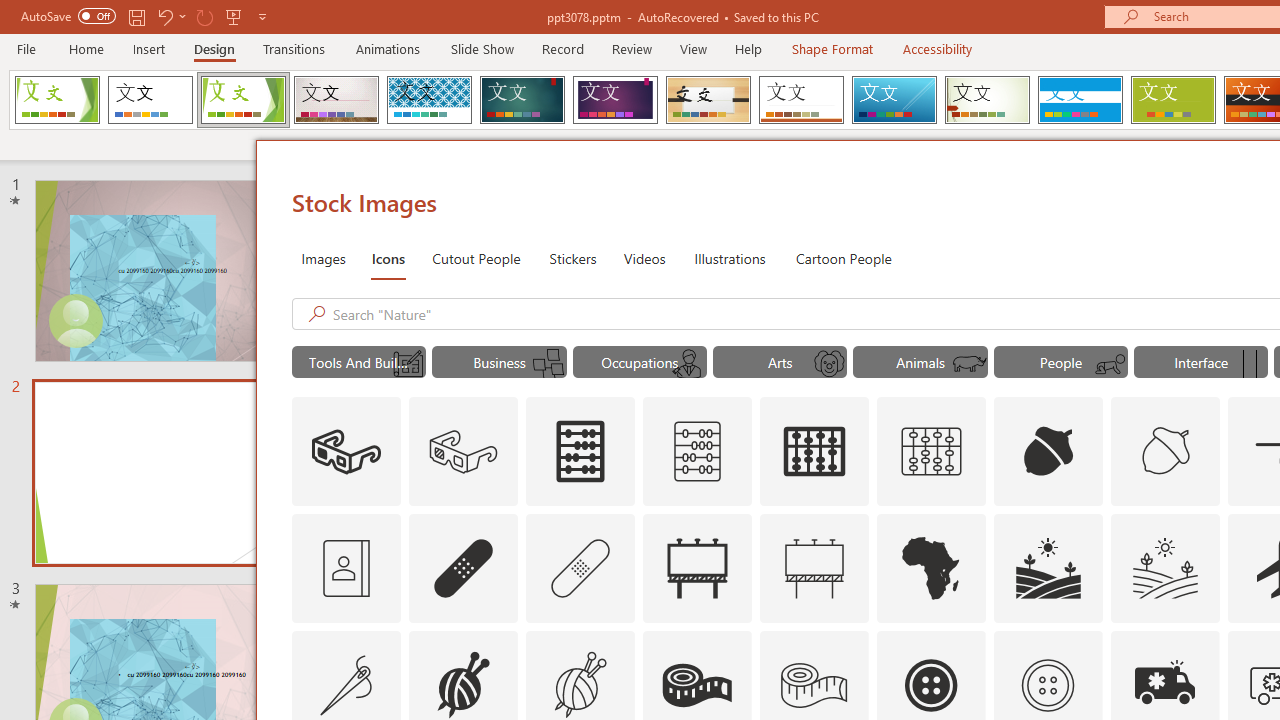  I want to click on 'Banded', so click(1079, 100).